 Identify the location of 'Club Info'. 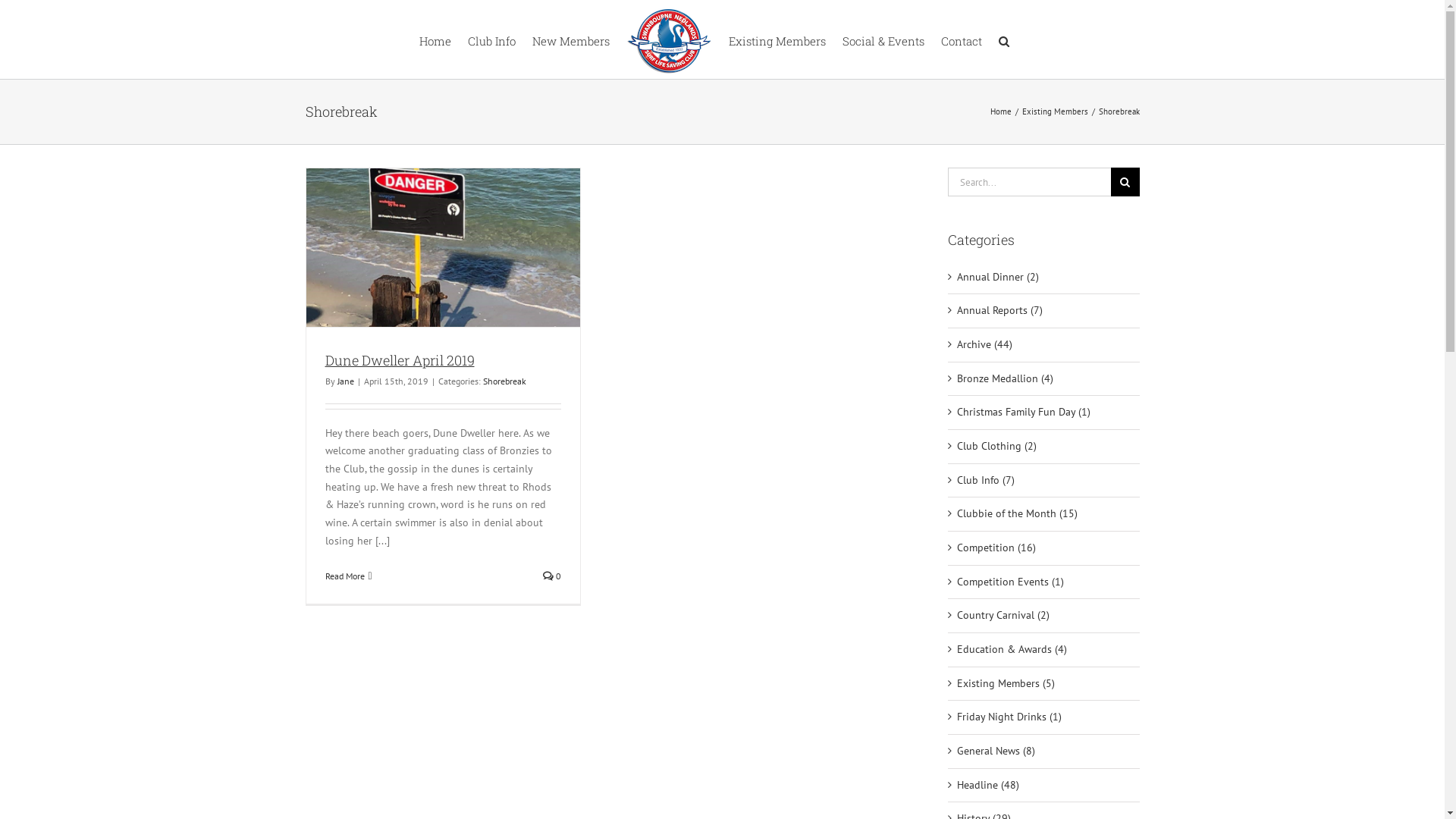
(491, 38).